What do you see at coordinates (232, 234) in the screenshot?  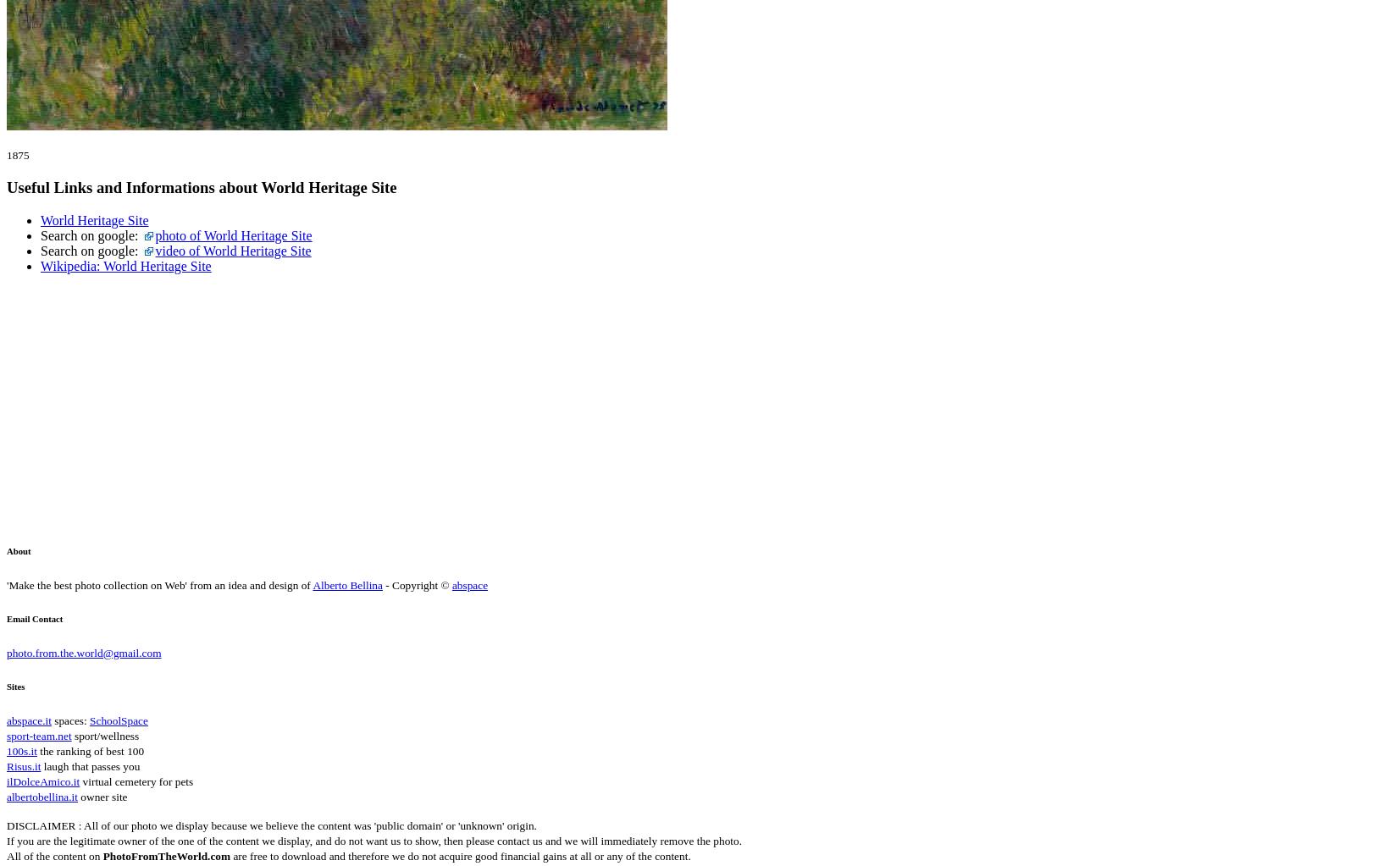 I see `'photo of World Heritage Site'` at bounding box center [232, 234].